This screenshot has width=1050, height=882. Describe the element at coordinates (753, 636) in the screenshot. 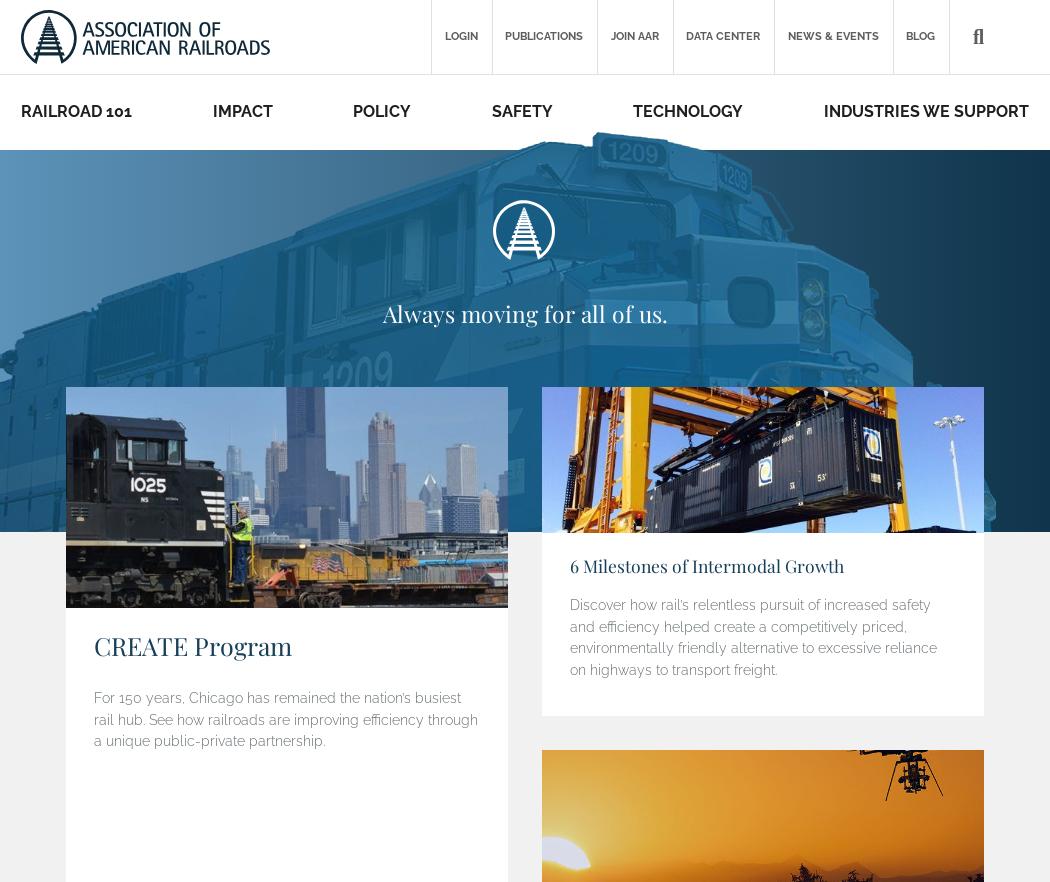

I see `'Discover how rail’s relentless pursuit of increased safety and efficiency helped create a competitively priced, environmentally friendly alternative to excessive reliance on highways to transport freight.'` at that location.